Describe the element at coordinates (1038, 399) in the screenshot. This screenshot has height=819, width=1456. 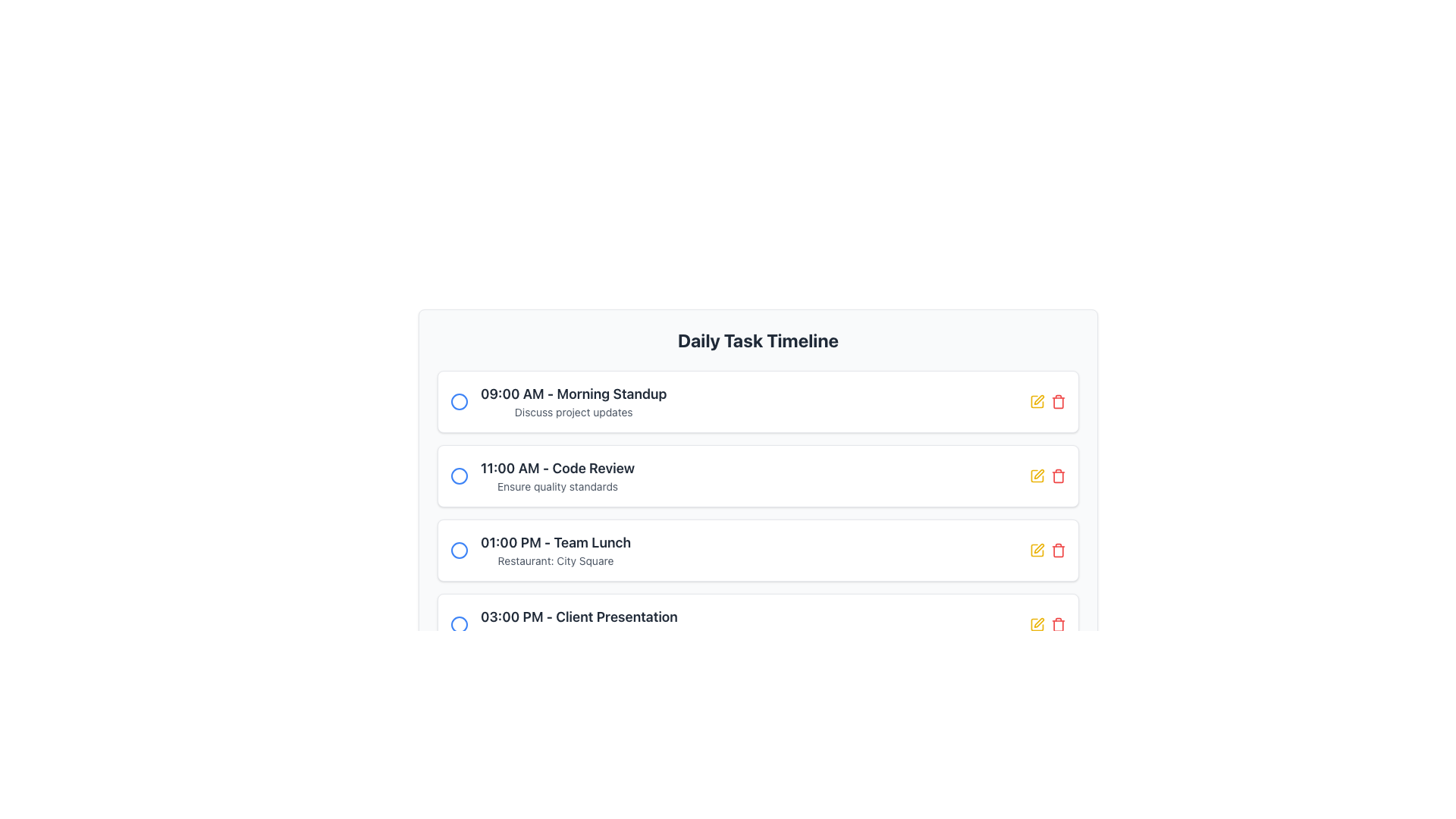
I see `the small SVG icon button with a yellow border, located on the right side of the '11:00 AM - Code Review' entry in the list` at that location.